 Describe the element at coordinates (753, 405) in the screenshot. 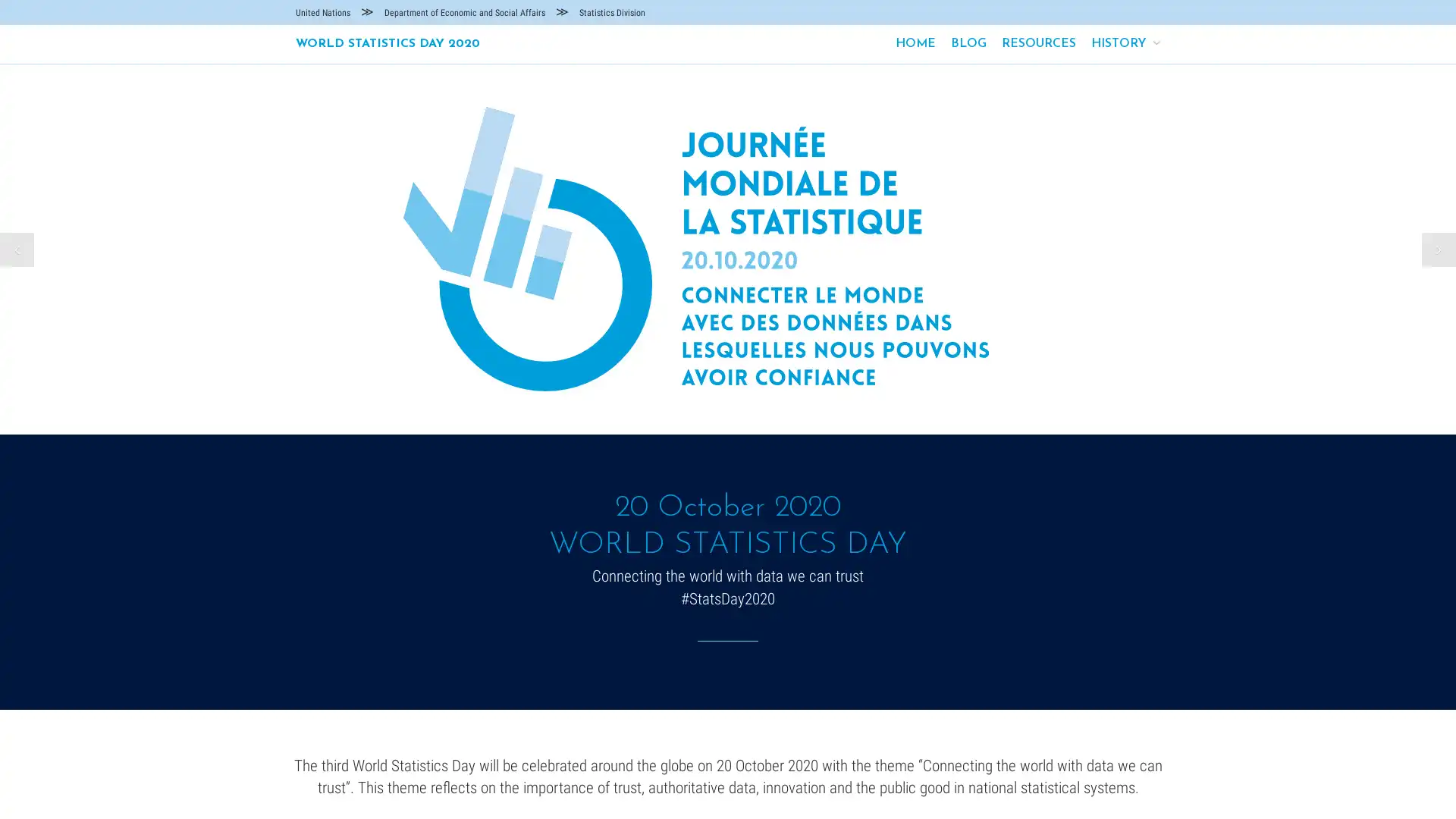

I see `5` at that location.